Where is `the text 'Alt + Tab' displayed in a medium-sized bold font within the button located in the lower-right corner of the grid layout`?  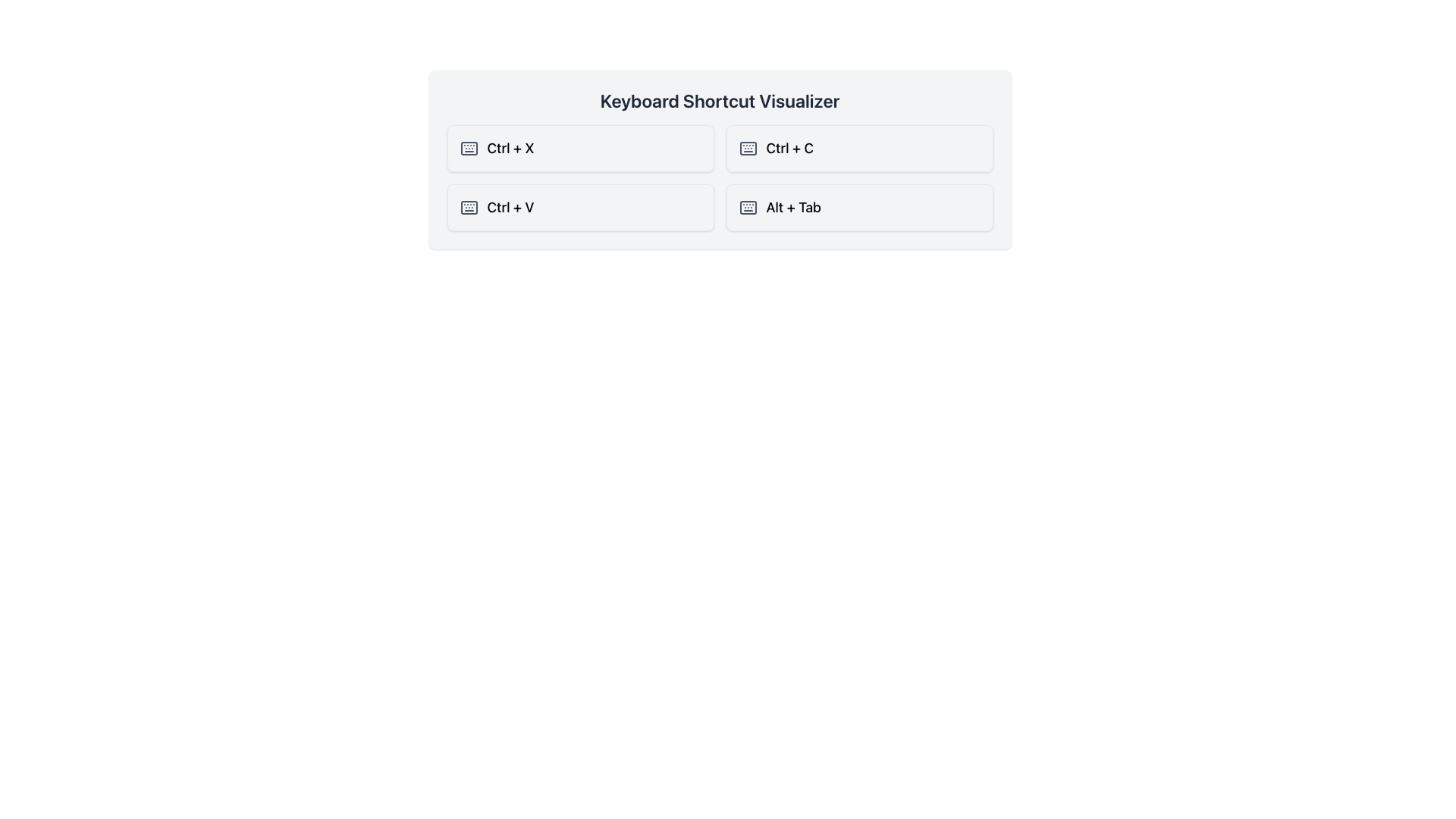
the text 'Alt + Tab' displayed in a medium-sized bold font within the button located in the lower-right corner of the grid layout is located at coordinates (792, 207).